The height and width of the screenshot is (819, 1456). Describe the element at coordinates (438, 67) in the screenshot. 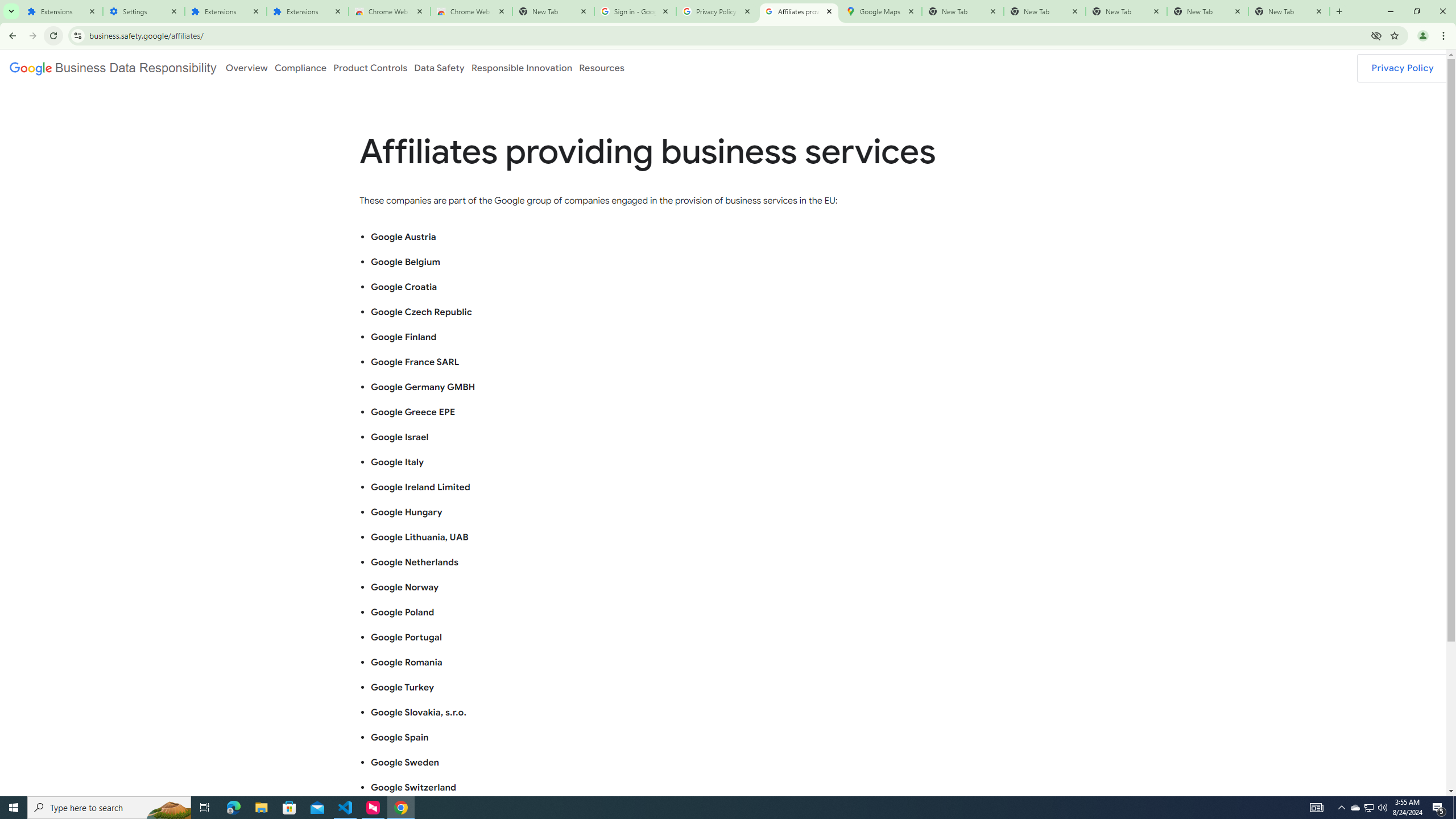

I see `'Data Safety'` at that location.